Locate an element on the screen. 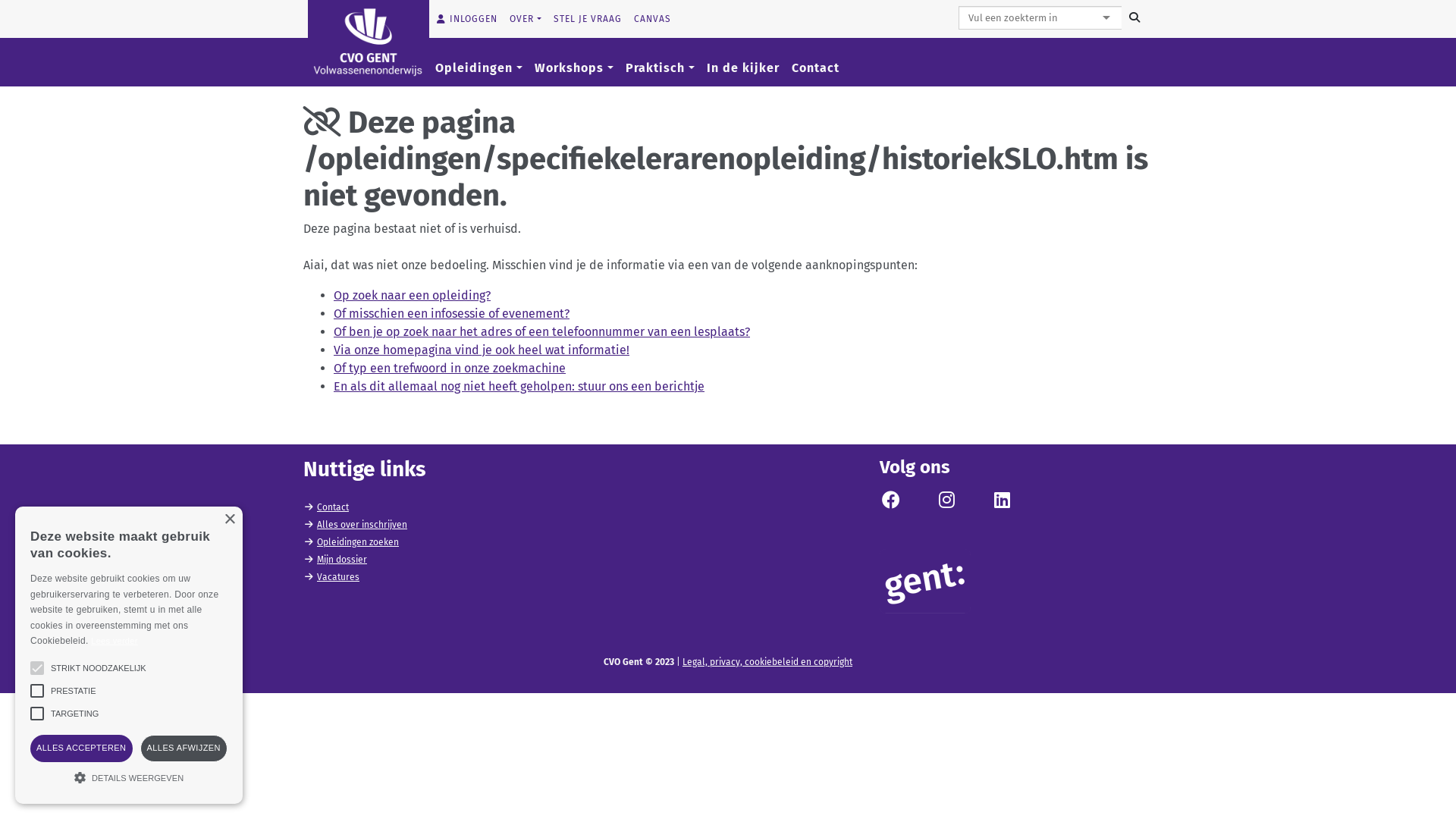 The height and width of the screenshot is (819, 1456). 'CVO Gent op facebook' is located at coordinates (880, 503).